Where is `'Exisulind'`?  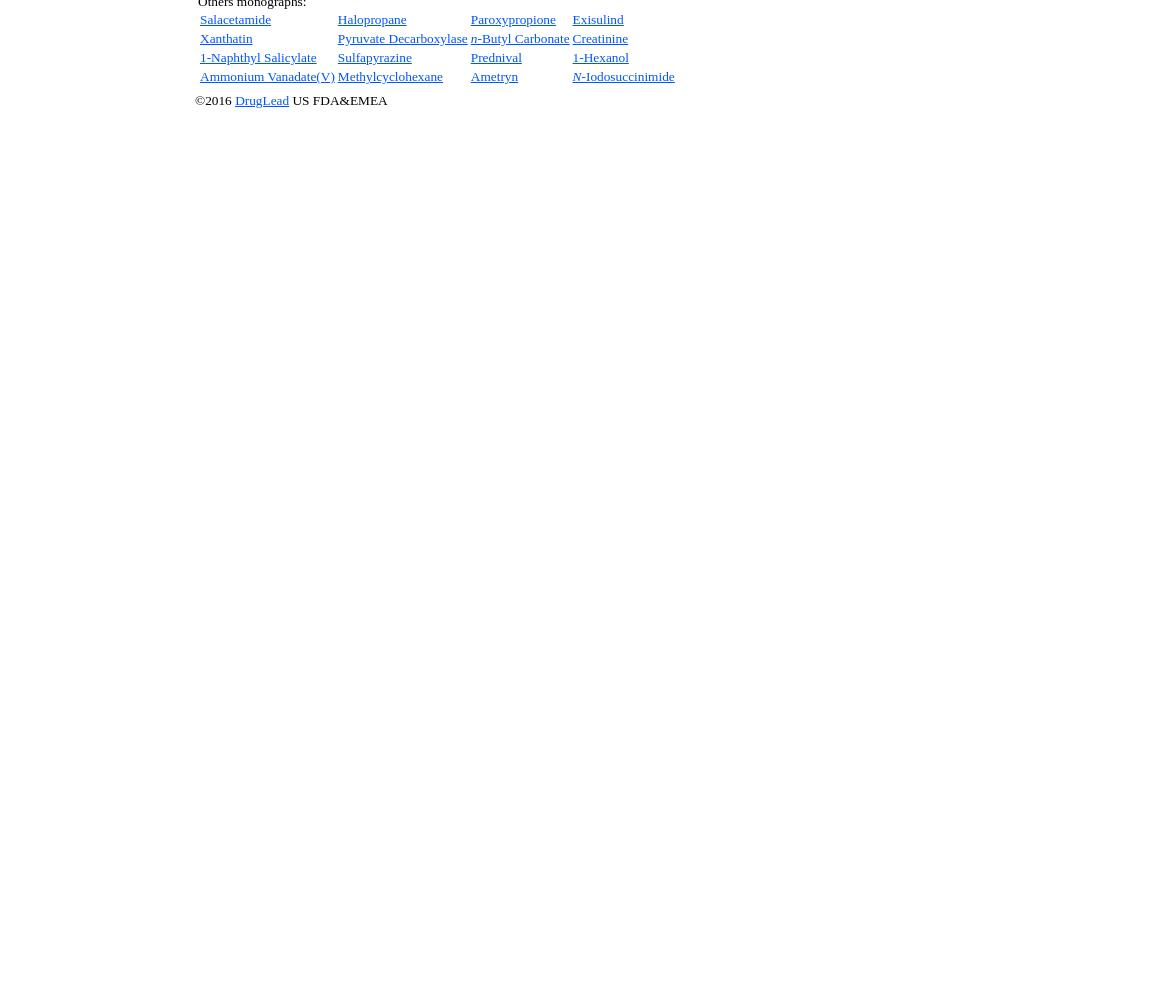
'Exisulind' is located at coordinates (572, 19).